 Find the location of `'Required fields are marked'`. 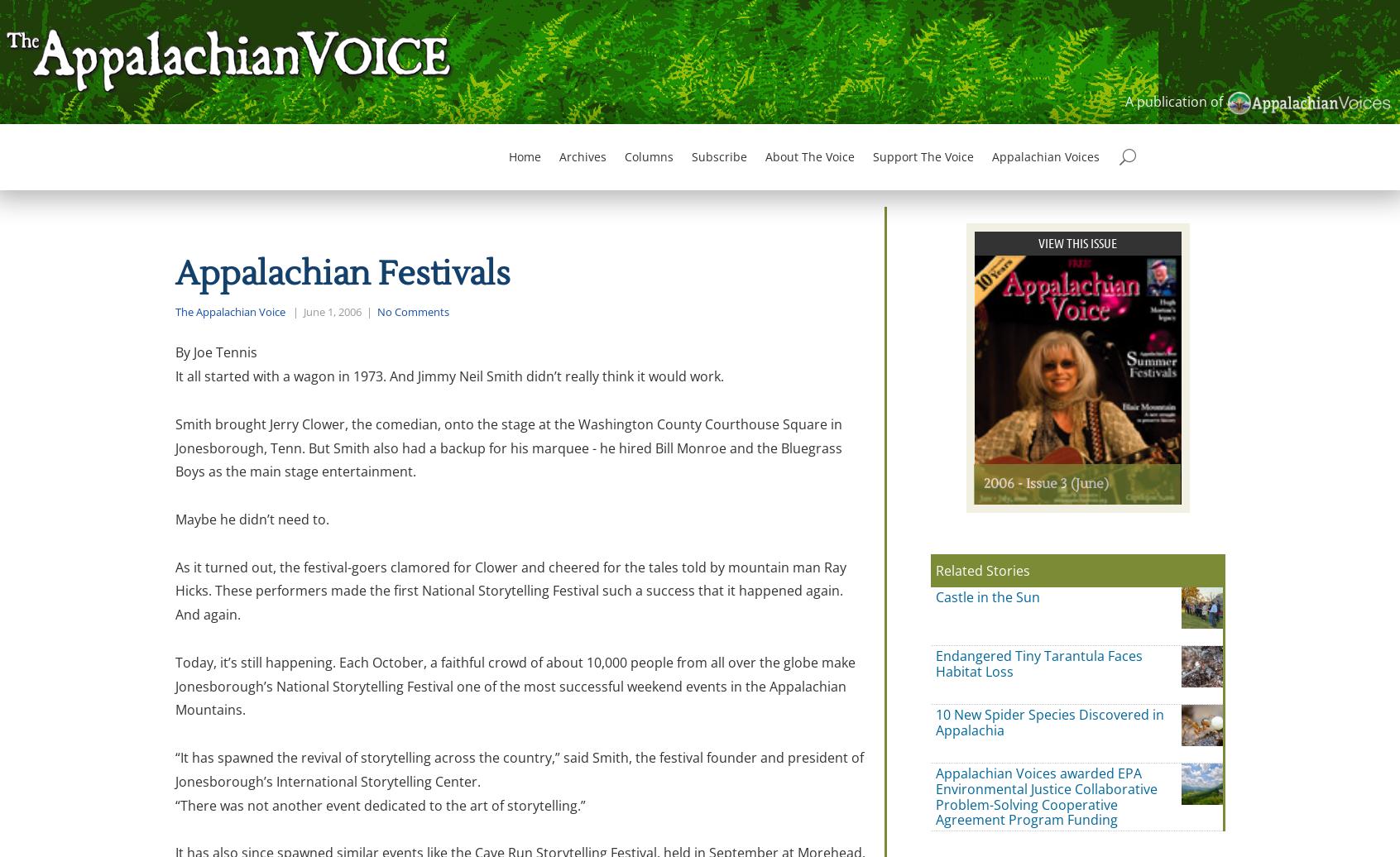

'Required fields are marked' is located at coordinates (554, 698).